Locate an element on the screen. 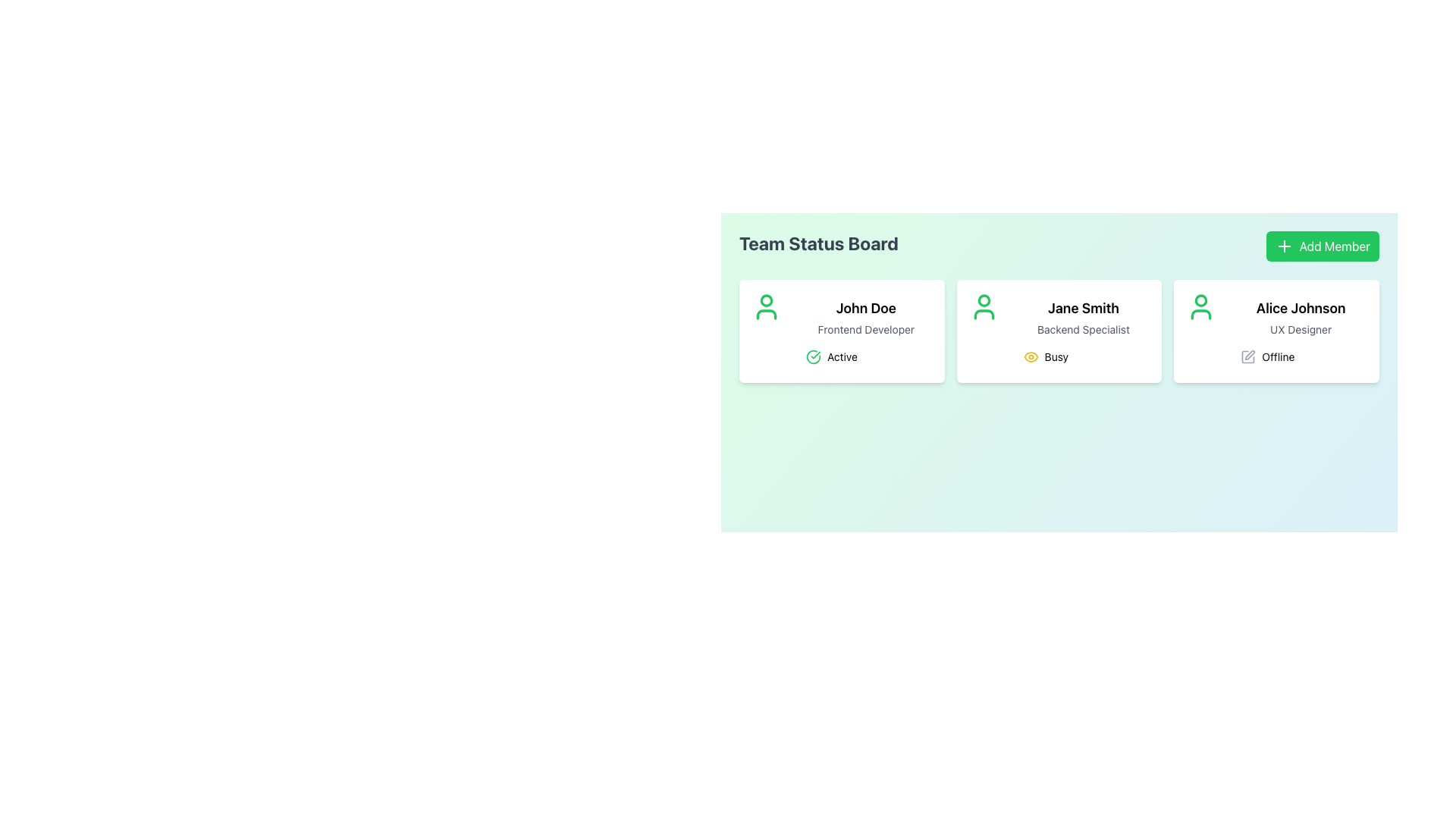 This screenshot has width=1456, height=819. the information card displaying 'Jane Smith', 'Backend Specialist', and 'Busy', which is the second card in a three-column grid layout is located at coordinates (1058, 330).